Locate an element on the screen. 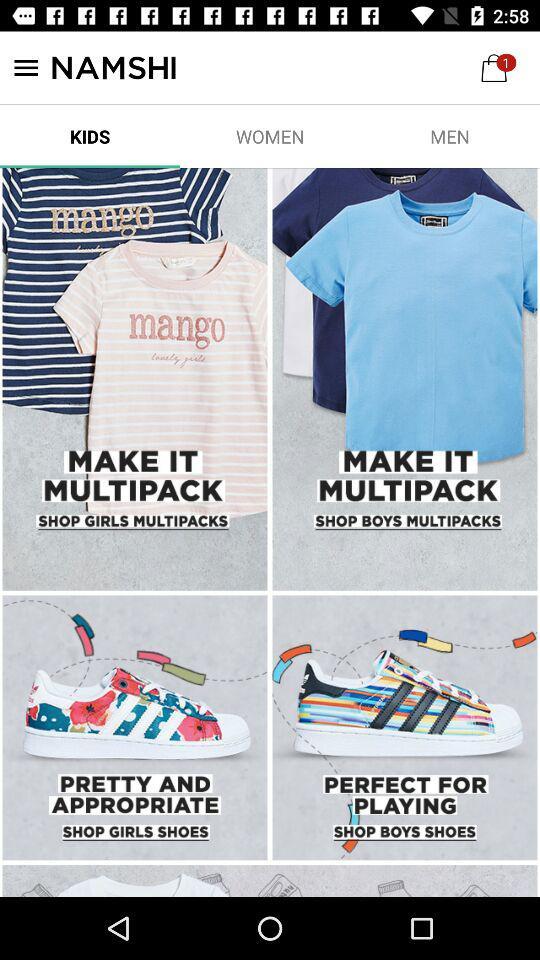  the women icon is located at coordinates (270, 135).